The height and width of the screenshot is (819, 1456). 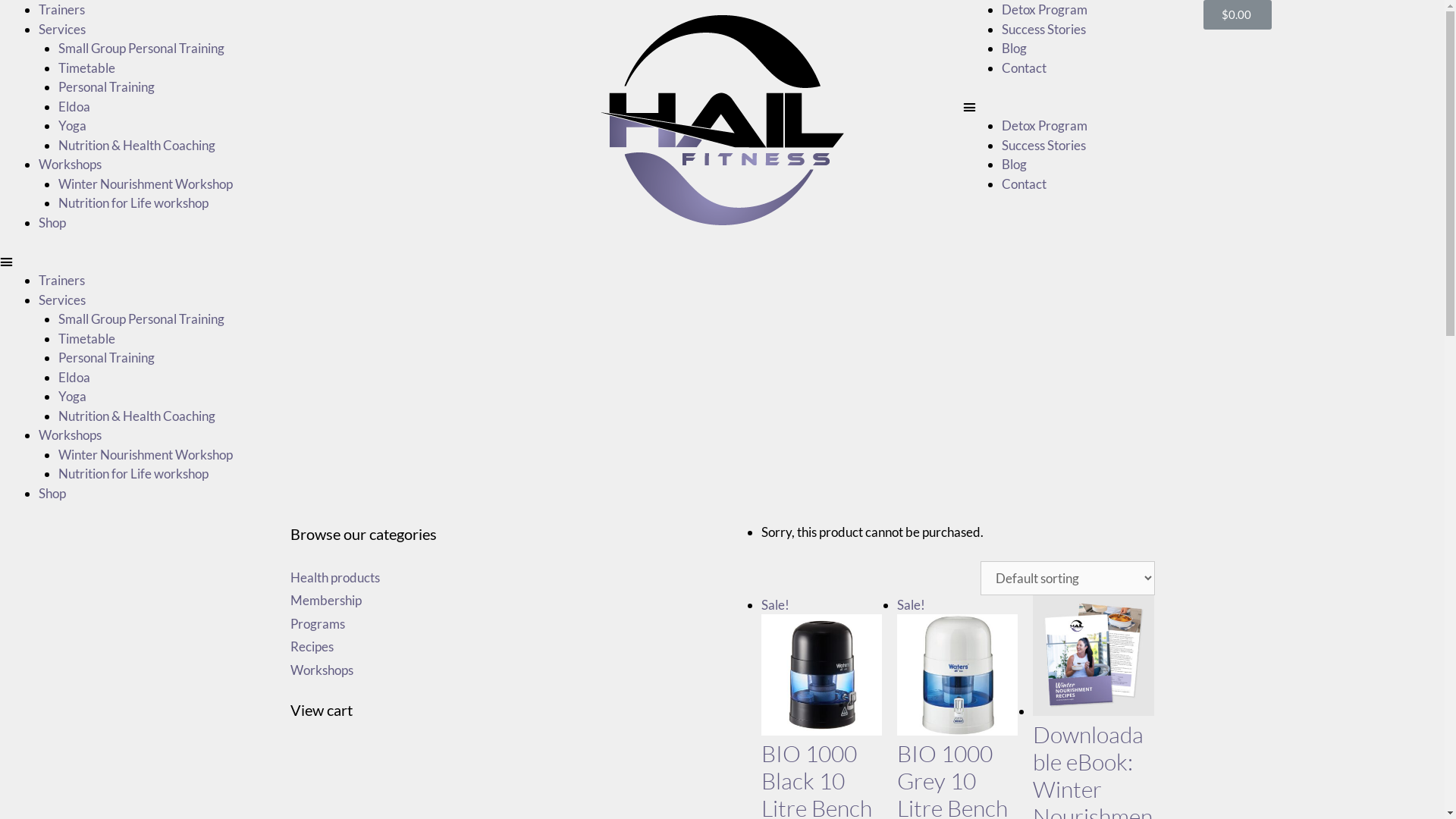 I want to click on 'Workshops', so click(x=39, y=435).